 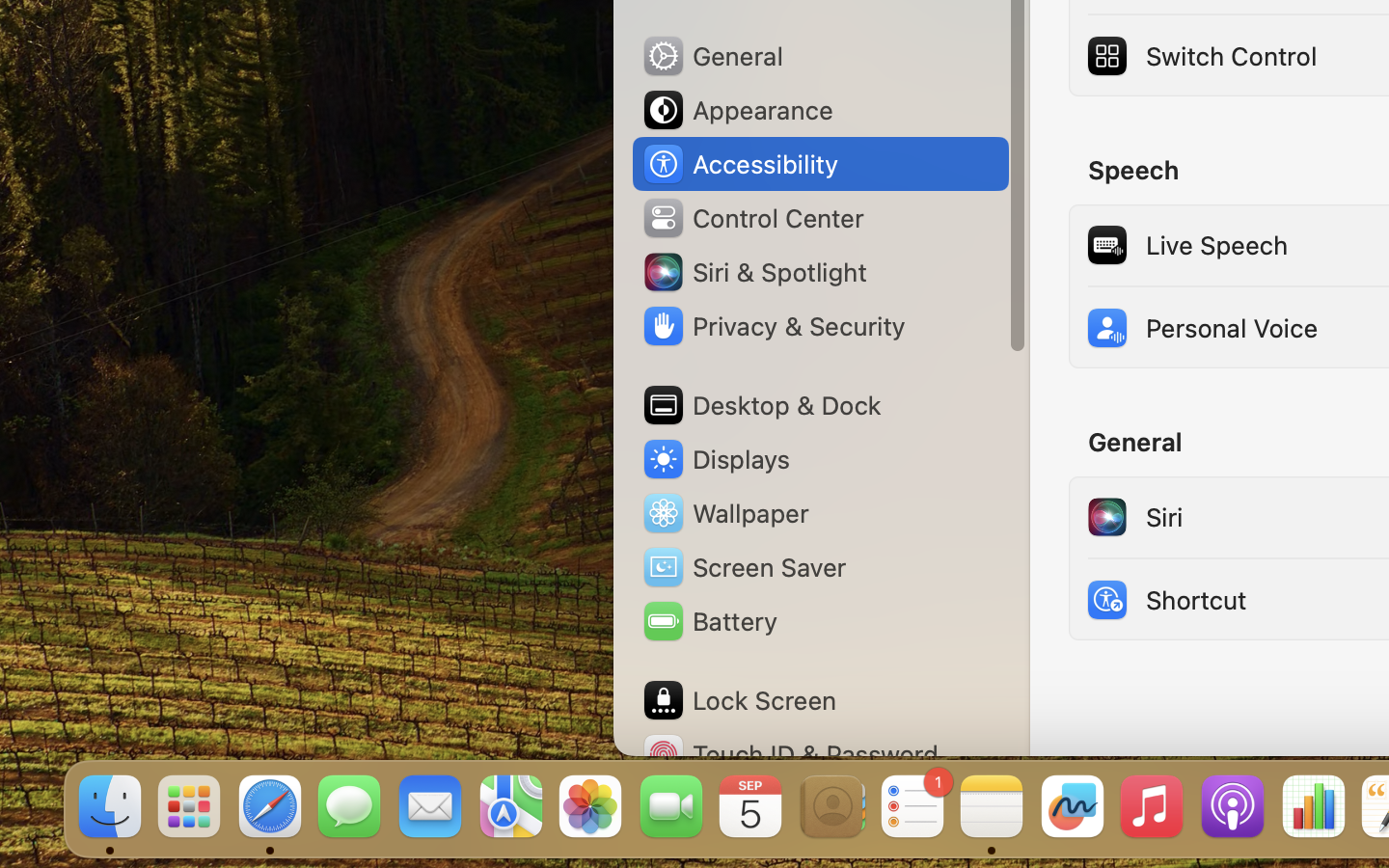 What do you see at coordinates (751, 217) in the screenshot?
I see `'Control Center'` at bounding box center [751, 217].